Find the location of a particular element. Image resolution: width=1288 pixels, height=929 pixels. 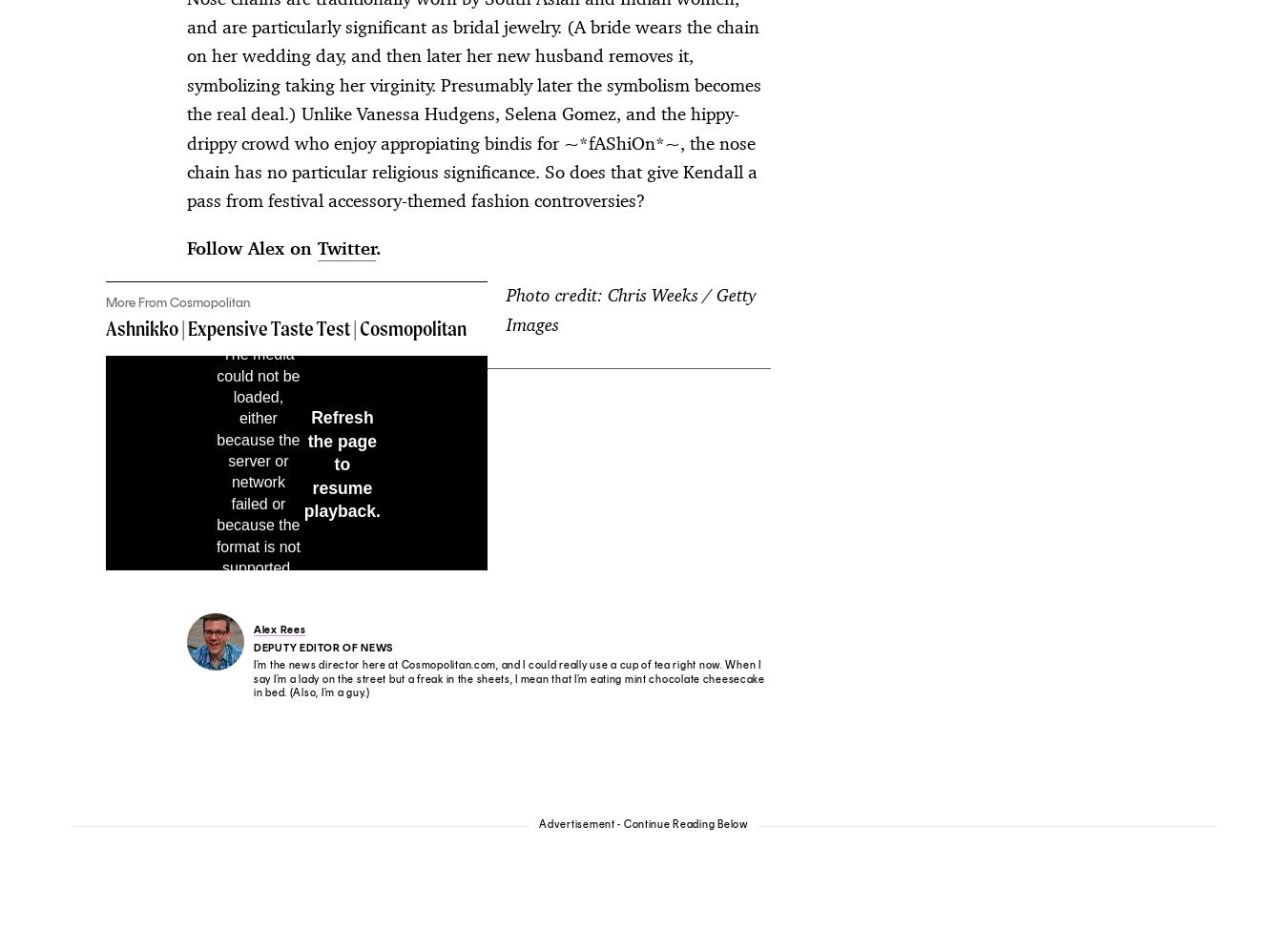

'We may earn commission from links on this page, but we only recommend products we back.' is located at coordinates (391, 812).